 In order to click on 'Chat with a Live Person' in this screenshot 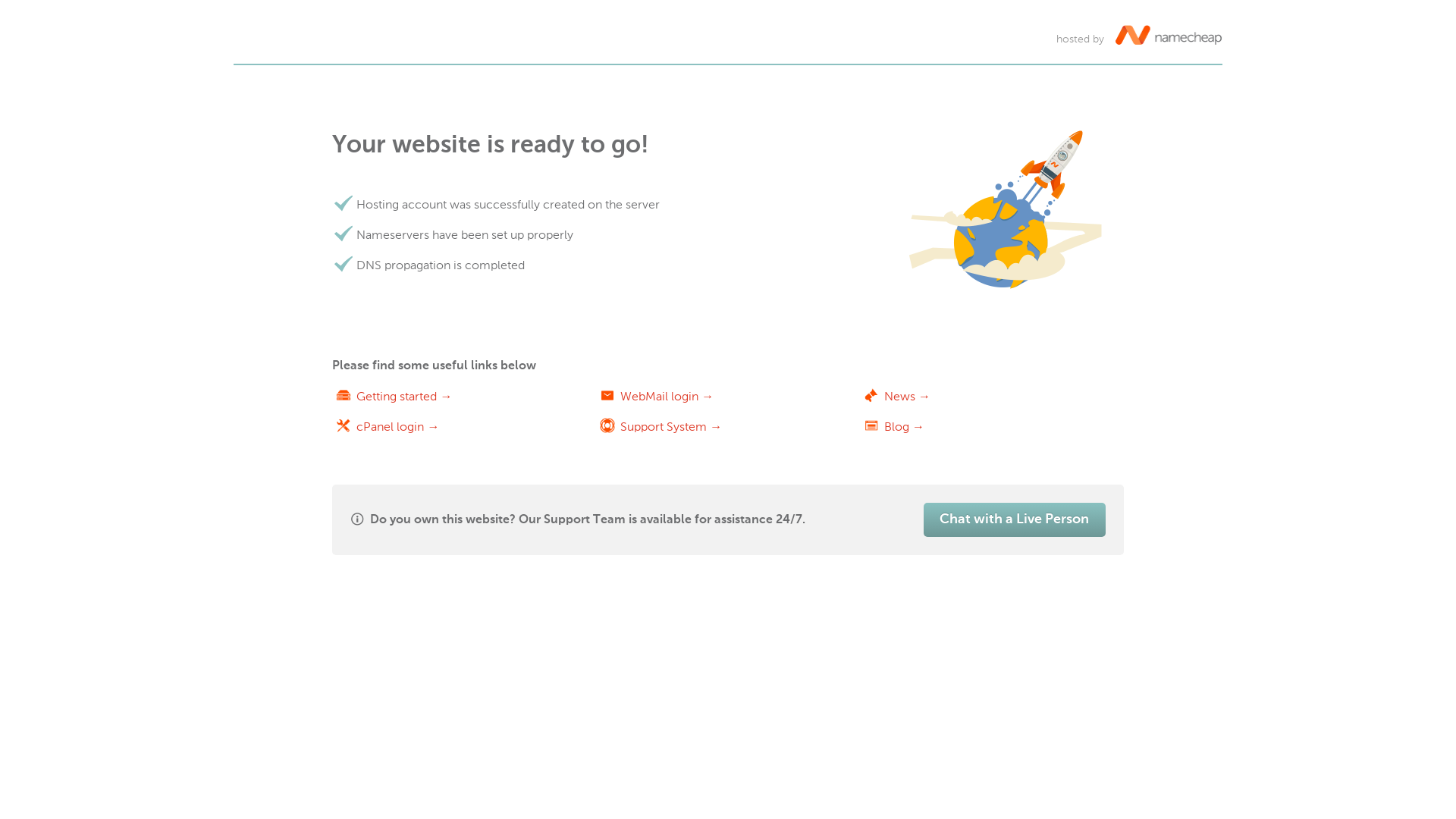, I will do `click(1015, 519)`.